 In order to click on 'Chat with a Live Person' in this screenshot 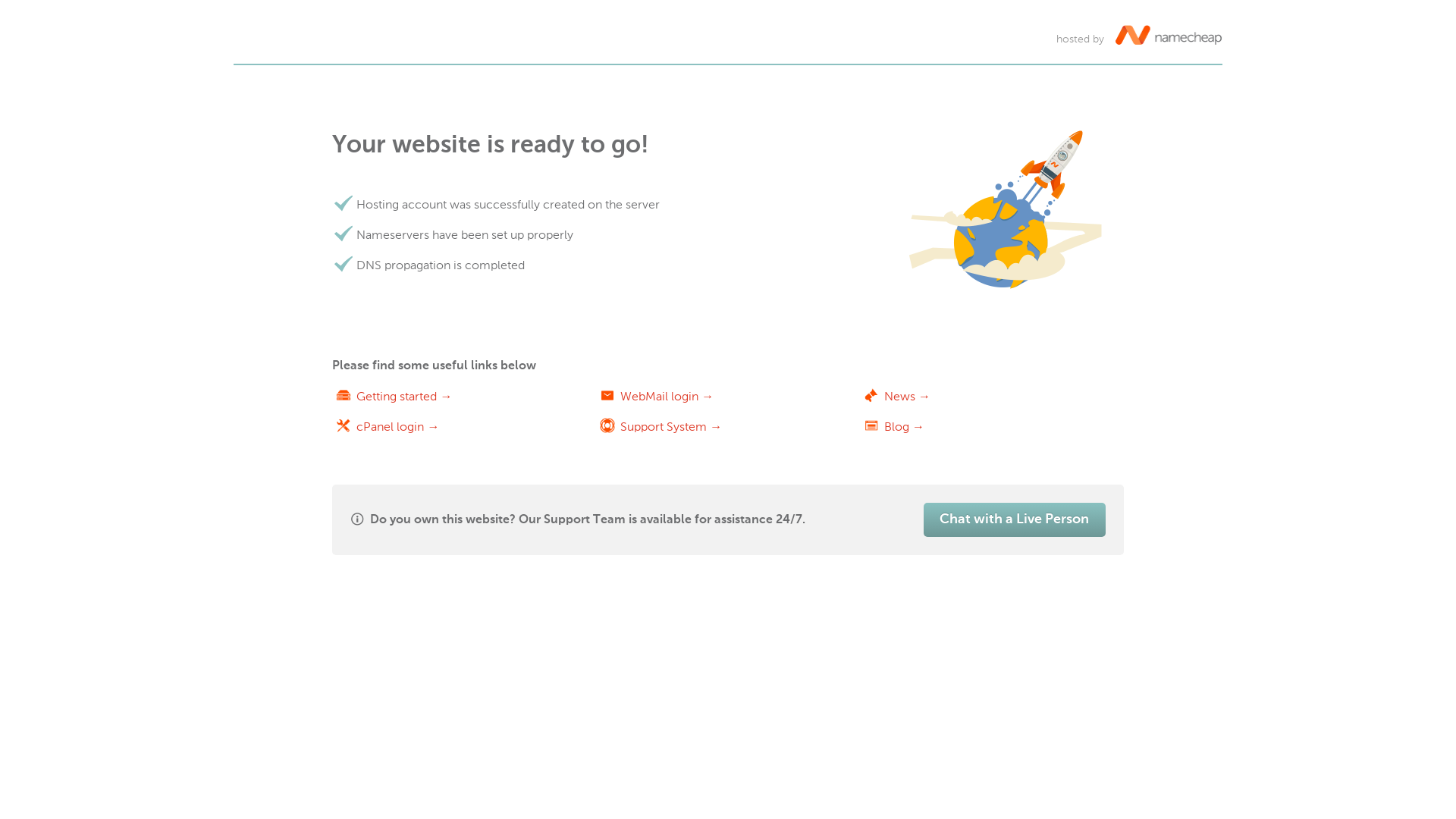, I will do `click(1015, 519)`.